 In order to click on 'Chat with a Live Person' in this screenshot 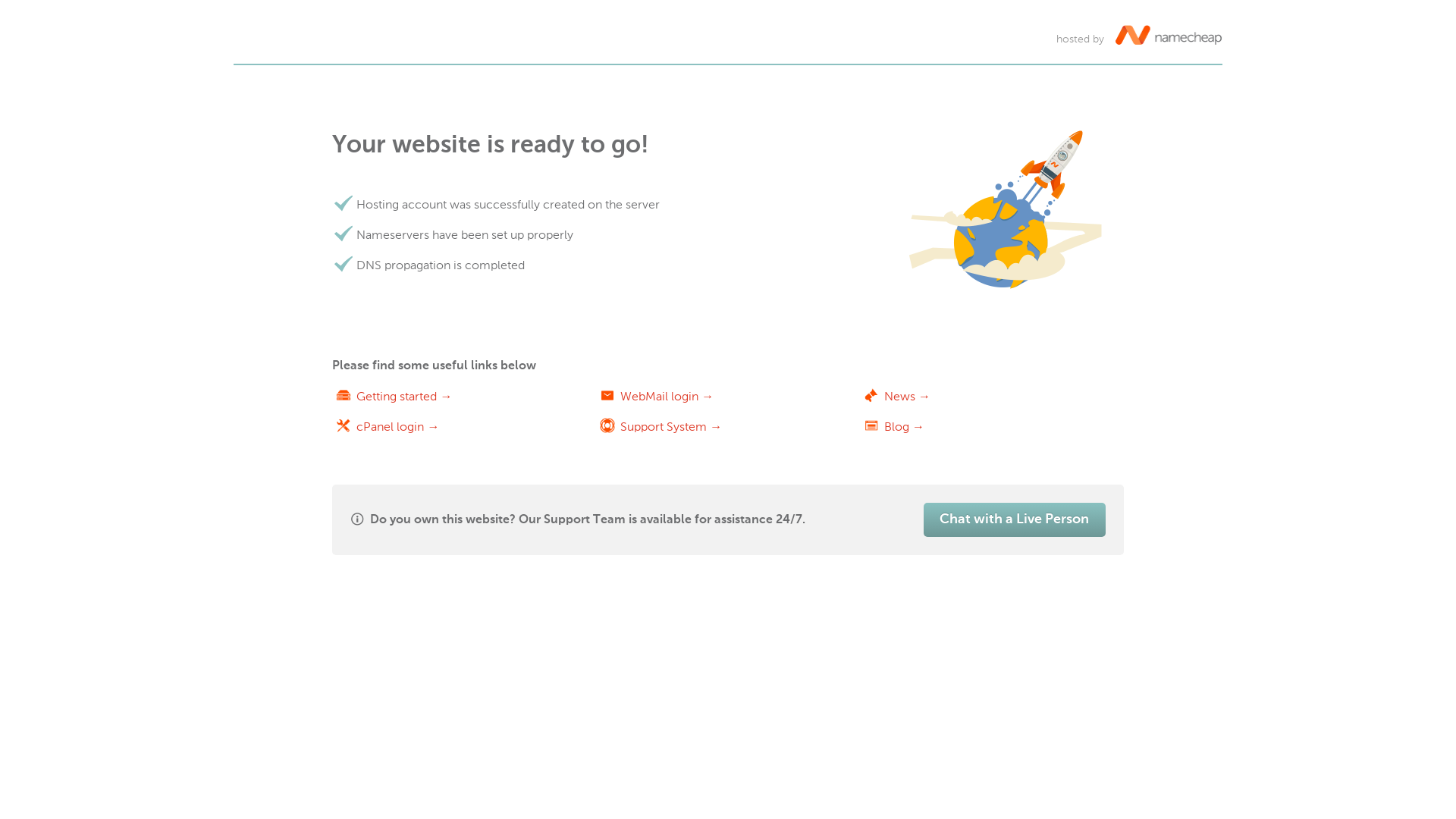, I will do `click(1015, 519)`.